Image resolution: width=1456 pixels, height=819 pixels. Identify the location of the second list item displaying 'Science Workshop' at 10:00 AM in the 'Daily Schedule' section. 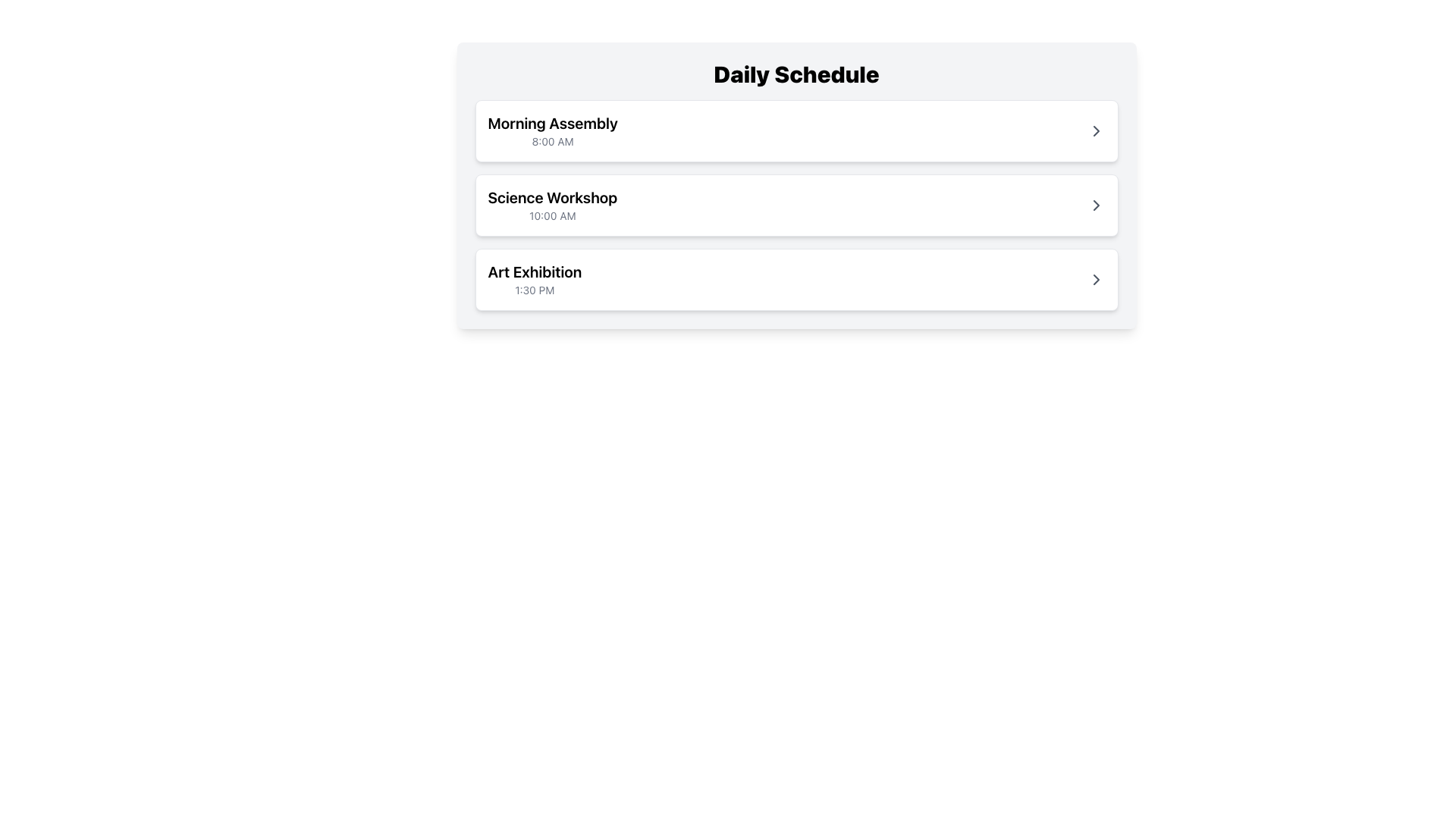
(795, 205).